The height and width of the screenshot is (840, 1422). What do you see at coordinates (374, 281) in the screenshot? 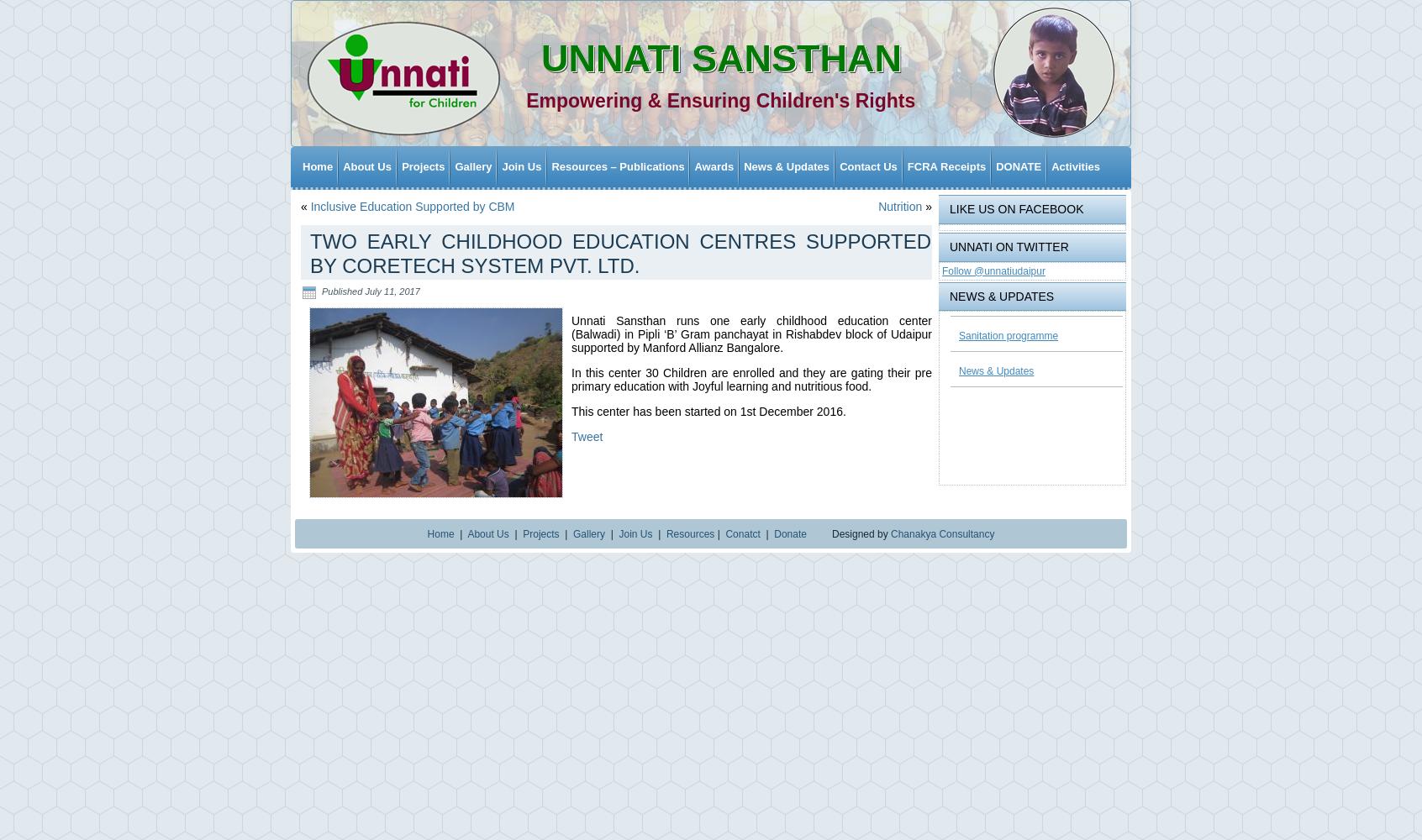
I see `'Child Rights and Child Protection'` at bounding box center [374, 281].